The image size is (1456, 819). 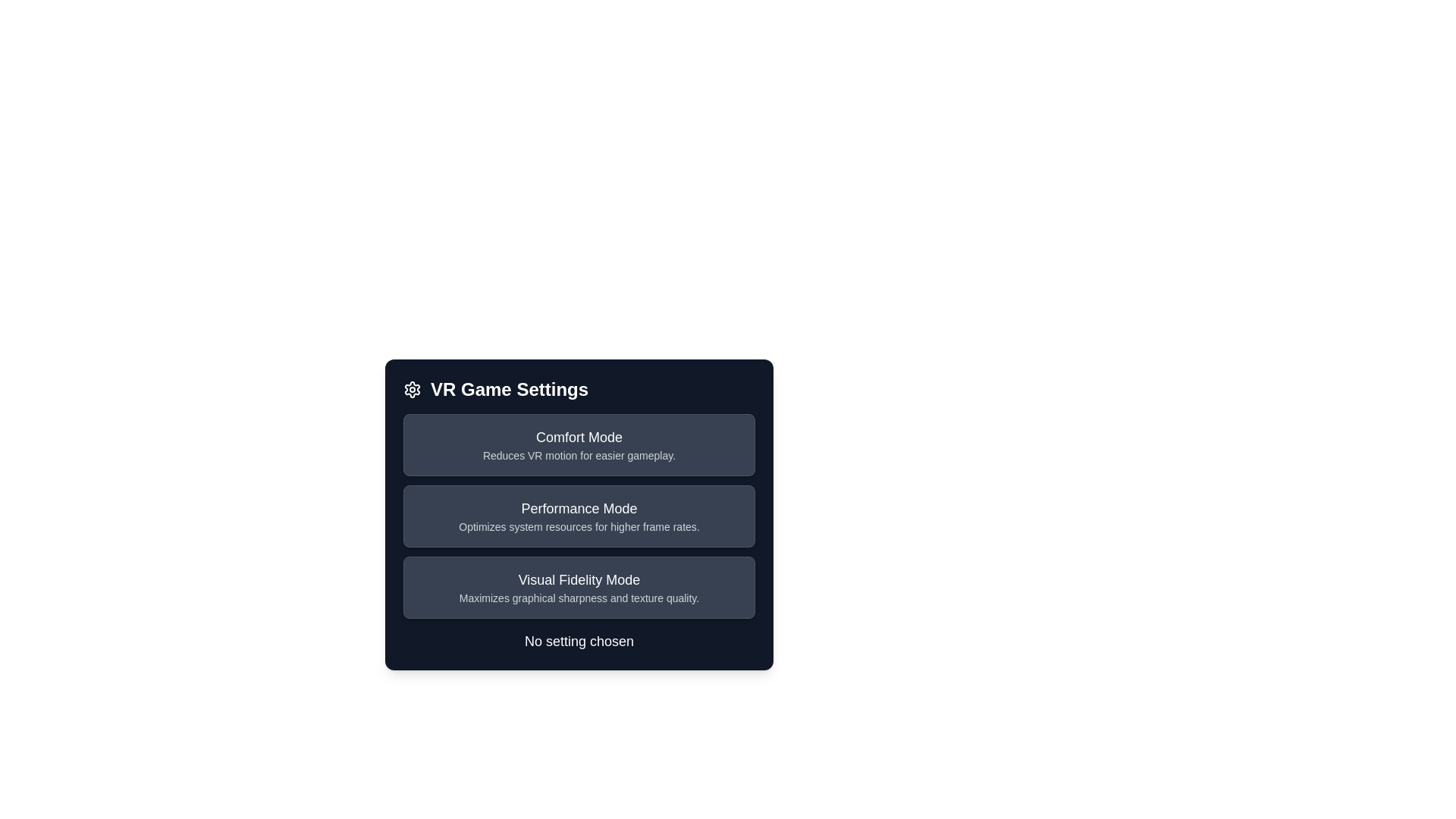 I want to click on the text label stating 'Reduces VR motion for easier gameplay.' located beneath the 'Comfort Mode' title within the 'Comfort Mode' button, so click(x=578, y=455).